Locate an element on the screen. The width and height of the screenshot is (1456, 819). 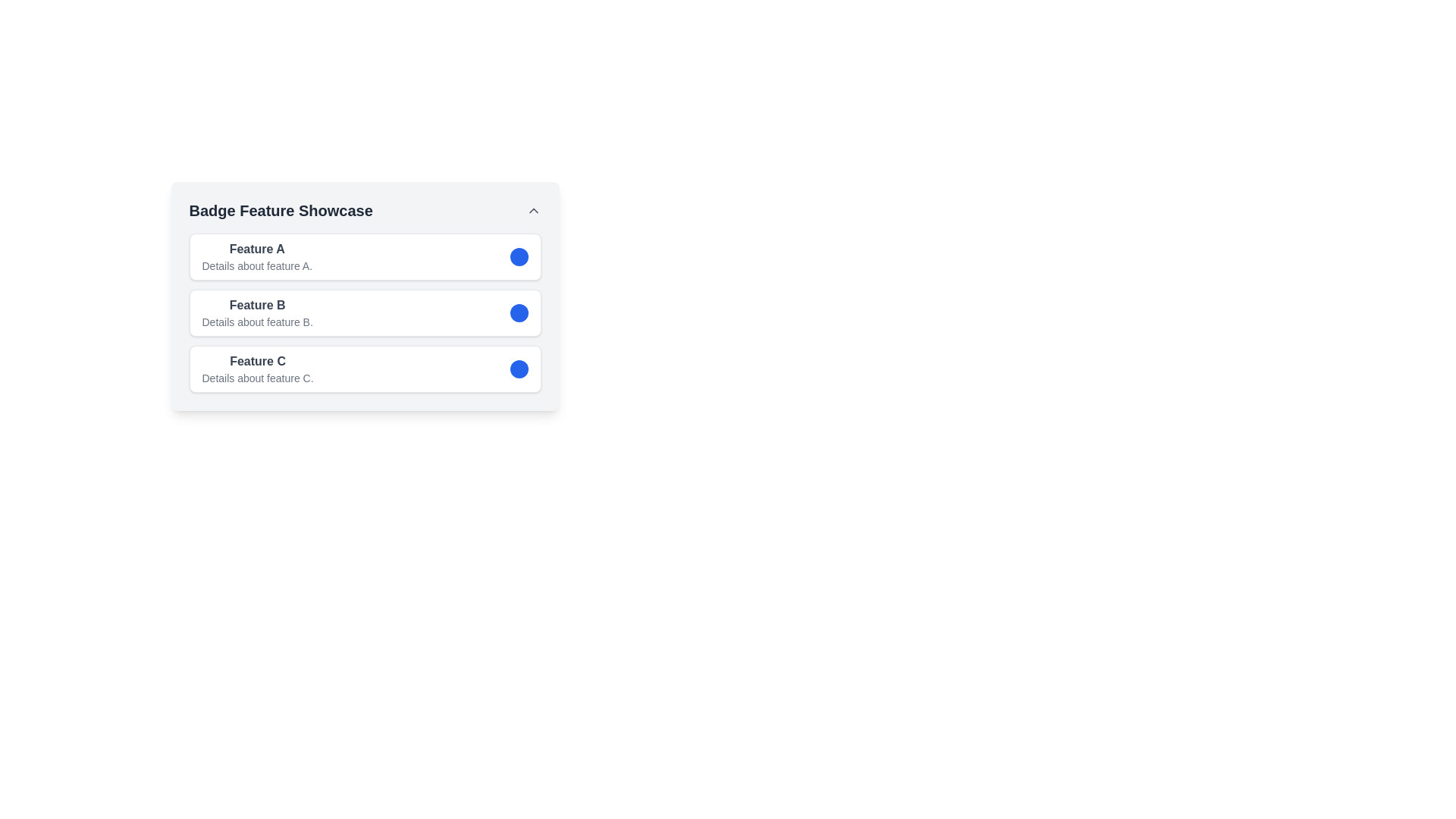
the title text component that serves as a heading for the feature details, located above the description text 'Details about feature C.' is located at coordinates (258, 362).